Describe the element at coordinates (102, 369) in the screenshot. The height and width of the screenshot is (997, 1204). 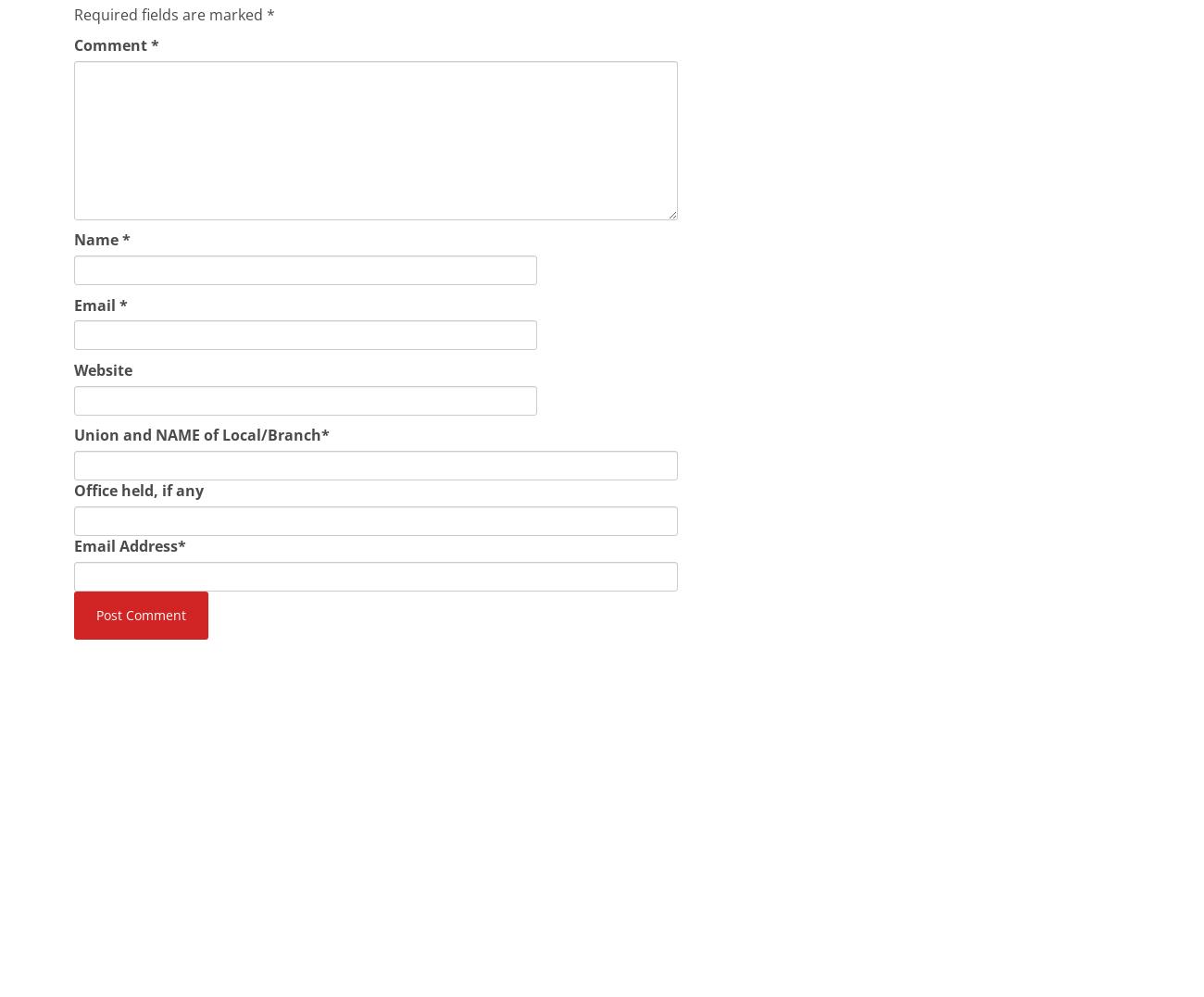
I see `'Website'` at that location.